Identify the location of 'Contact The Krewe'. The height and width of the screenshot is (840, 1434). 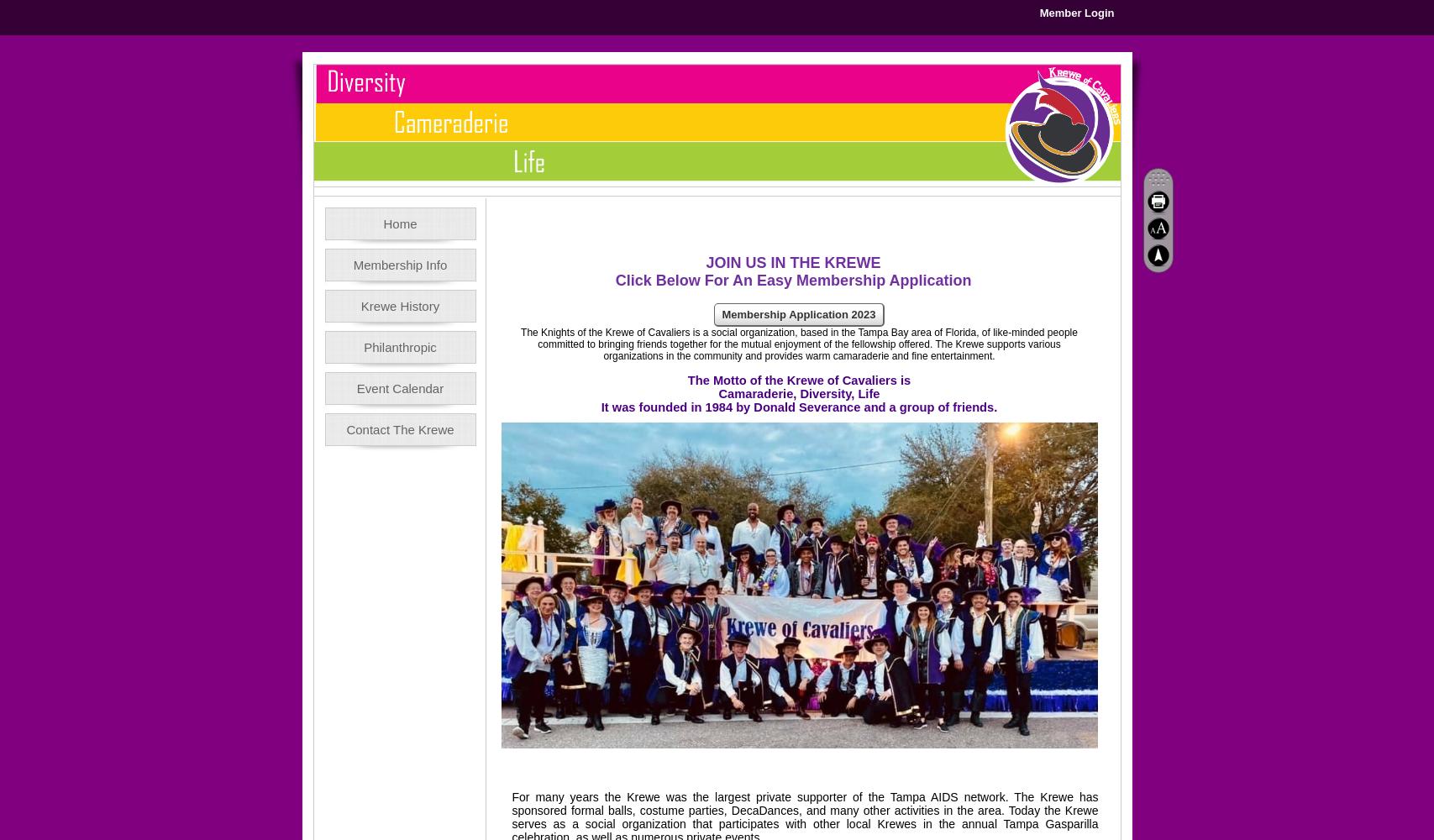
(400, 429).